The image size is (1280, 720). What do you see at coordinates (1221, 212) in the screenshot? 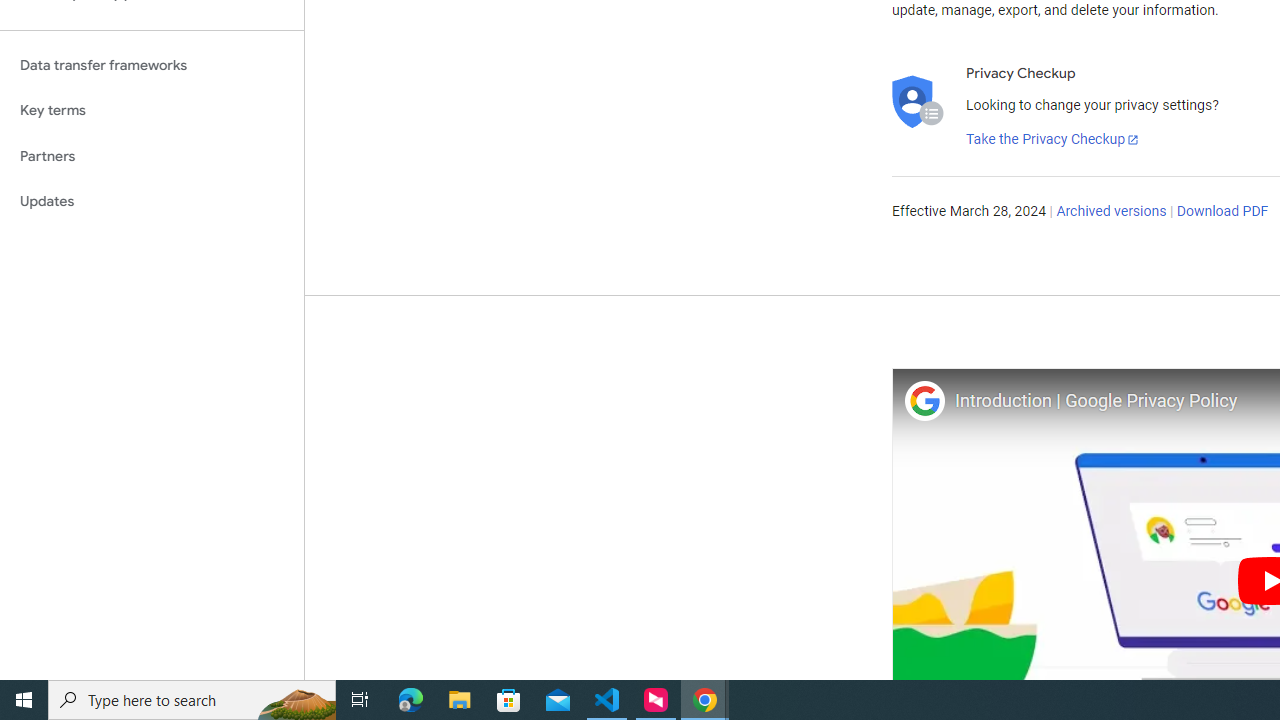
I see `'Download PDF'` at bounding box center [1221, 212].